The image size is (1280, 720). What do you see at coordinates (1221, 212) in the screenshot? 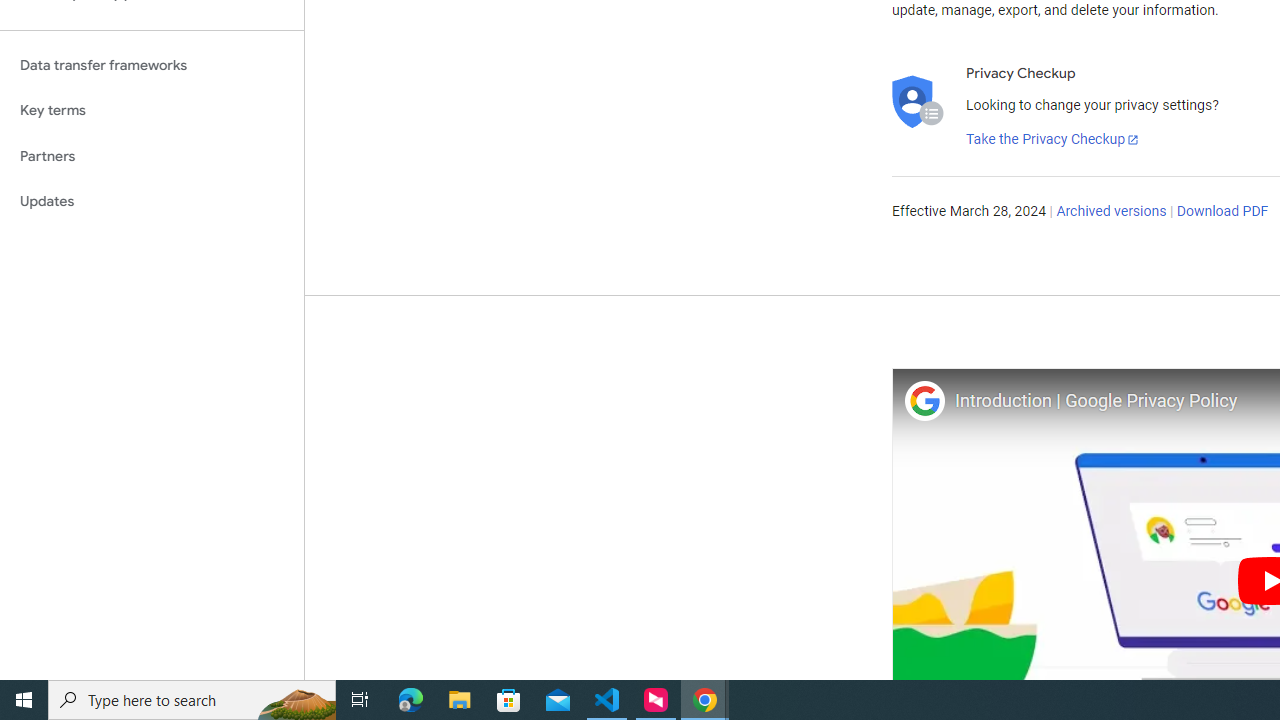
I see `'Download PDF'` at bounding box center [1221, 212].